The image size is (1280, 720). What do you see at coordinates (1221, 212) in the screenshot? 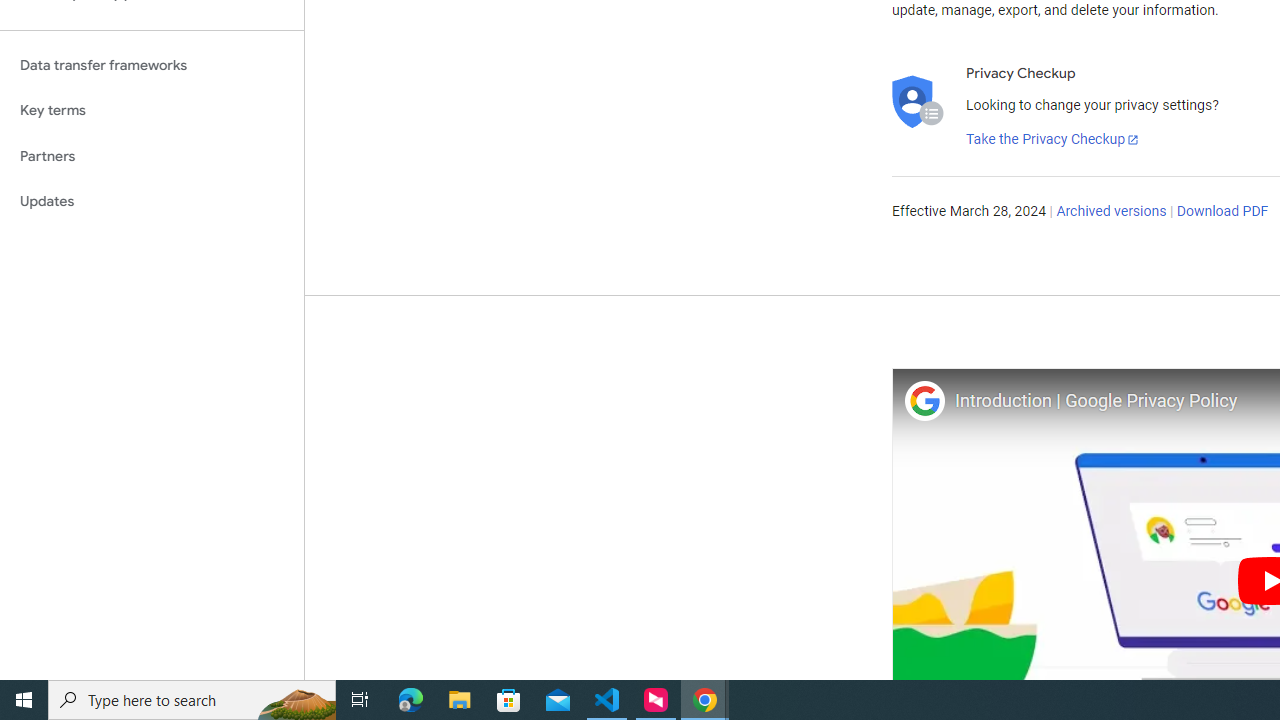
I see `'Download PDF'` at bounding box center [1221, 212].